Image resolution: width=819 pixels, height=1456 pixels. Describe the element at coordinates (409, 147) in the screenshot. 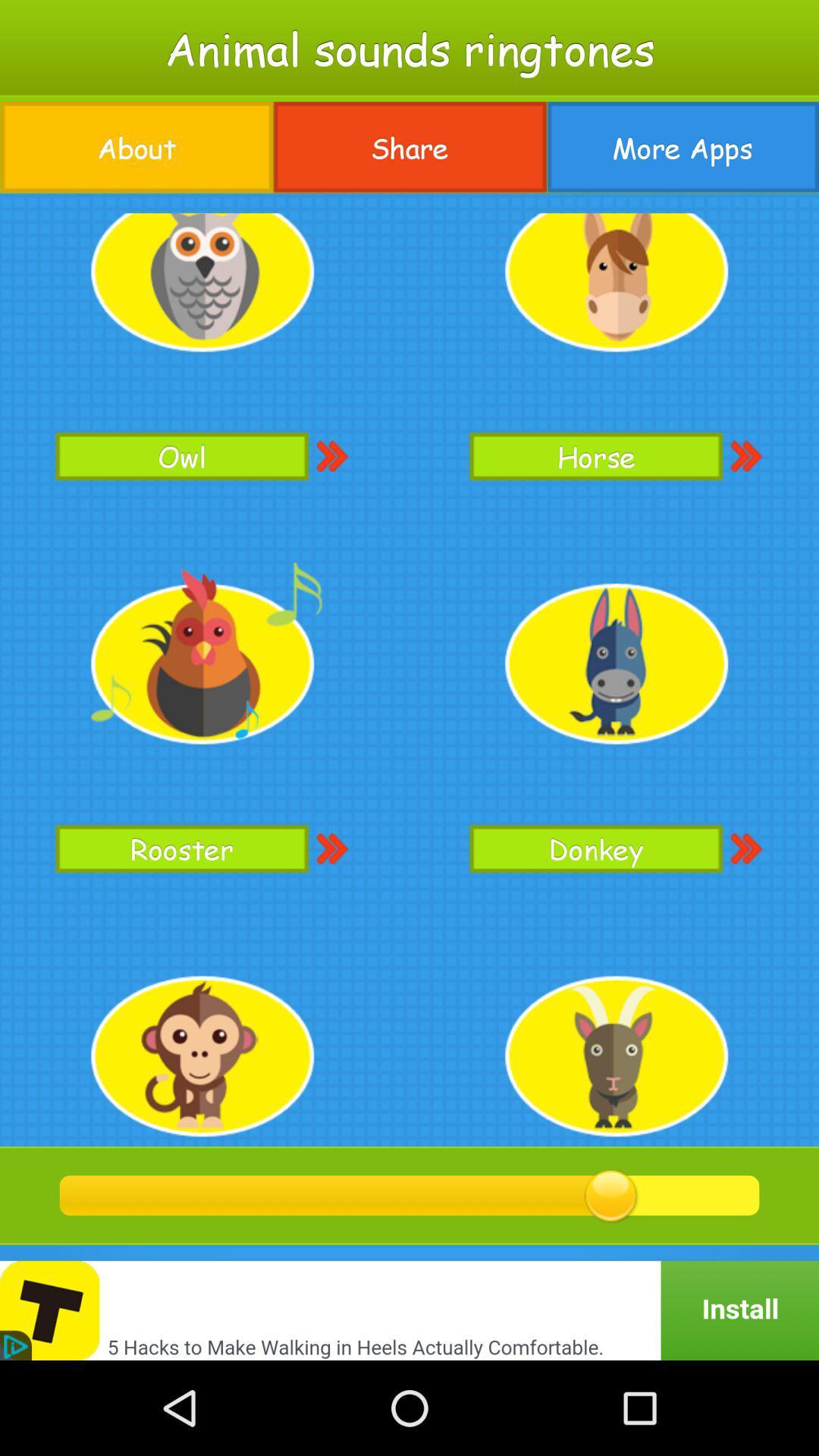

I see `icon to the right of about` at that location.